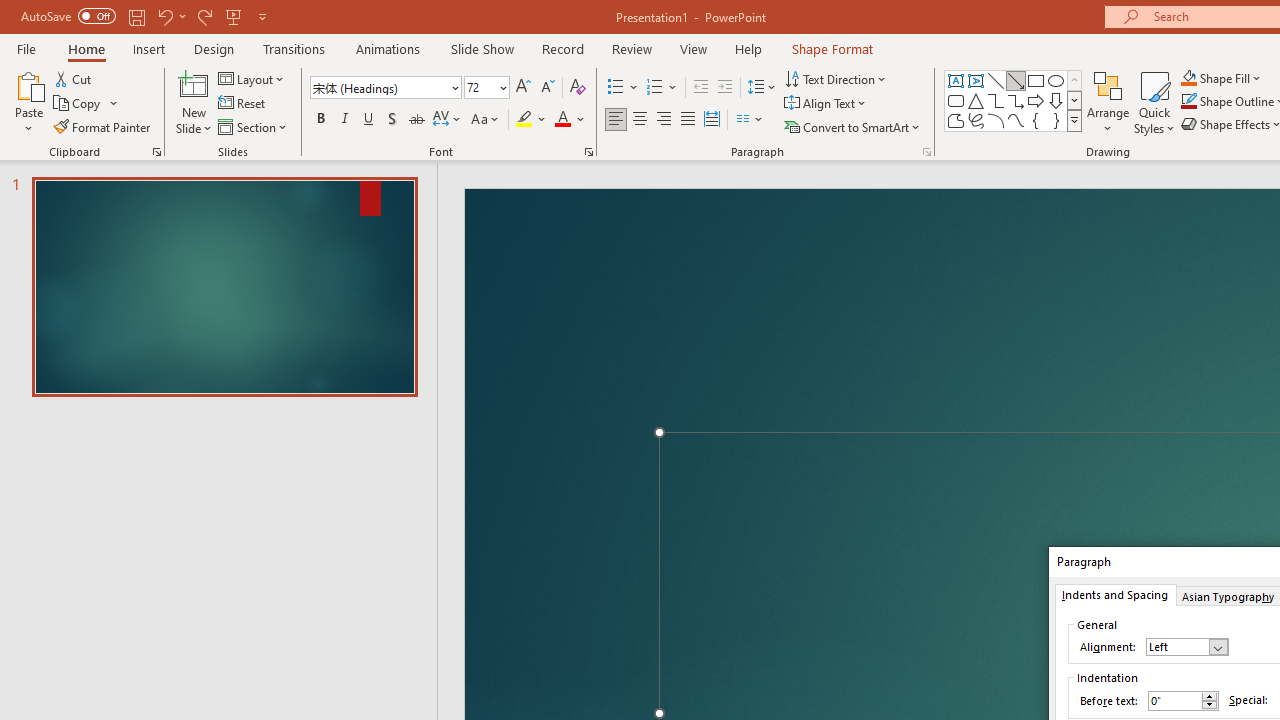  Describe the element at coordinates (1016, 120) in the screenshot. I see `'Curve'` at that location.